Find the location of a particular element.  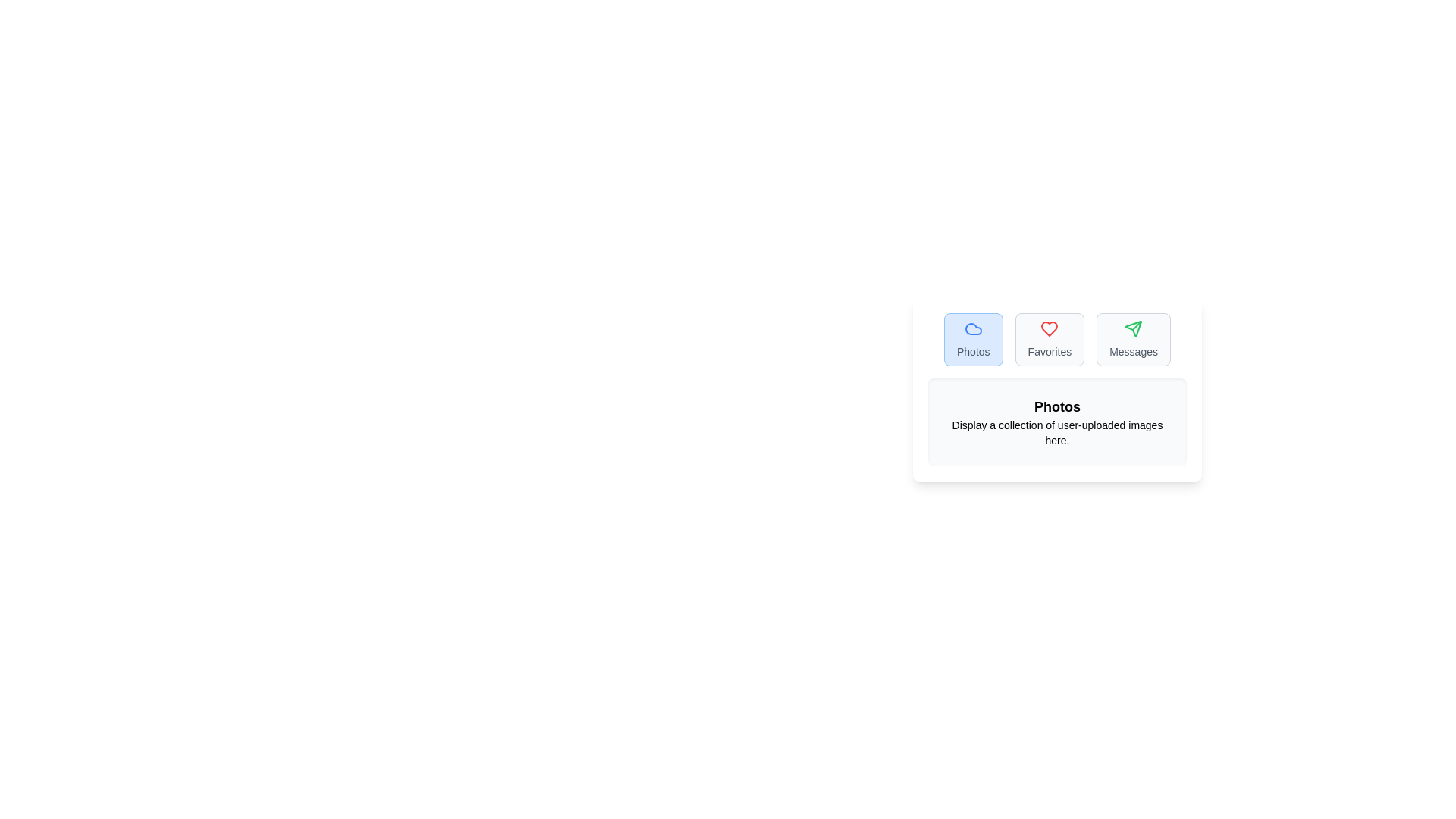

static informational text located below the 'Photos' header for debugging purposes is located at coordinates (1056, 432).